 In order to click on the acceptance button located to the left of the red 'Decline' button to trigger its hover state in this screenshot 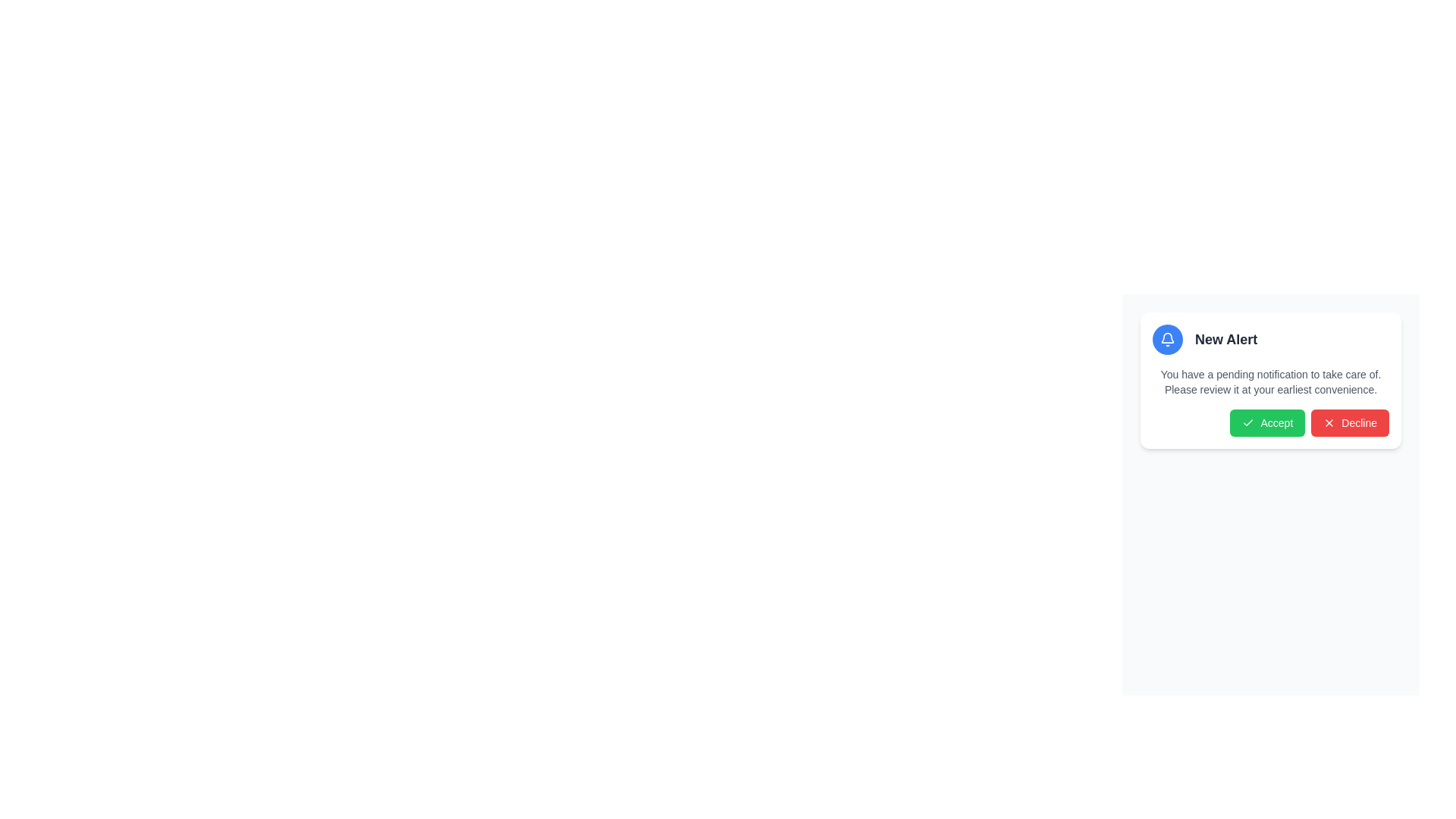, I will do `click(1267, 423)`.